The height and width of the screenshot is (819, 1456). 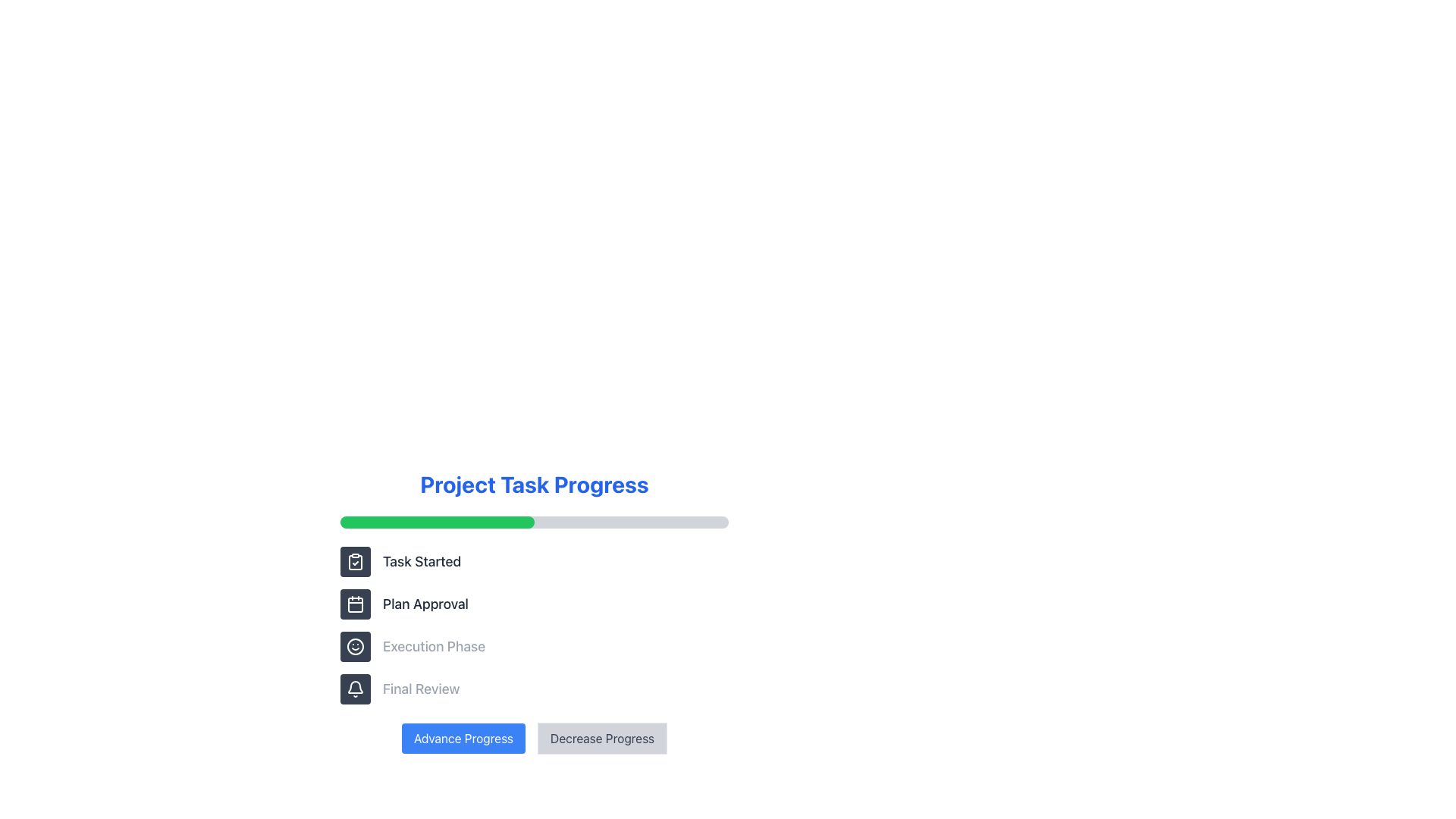 What do you see at coordinates (463, 738) in the screenshot?
I see `the rectangular button labeled 'Advance Progress' with a blue background` at bounding box center [463, 738].